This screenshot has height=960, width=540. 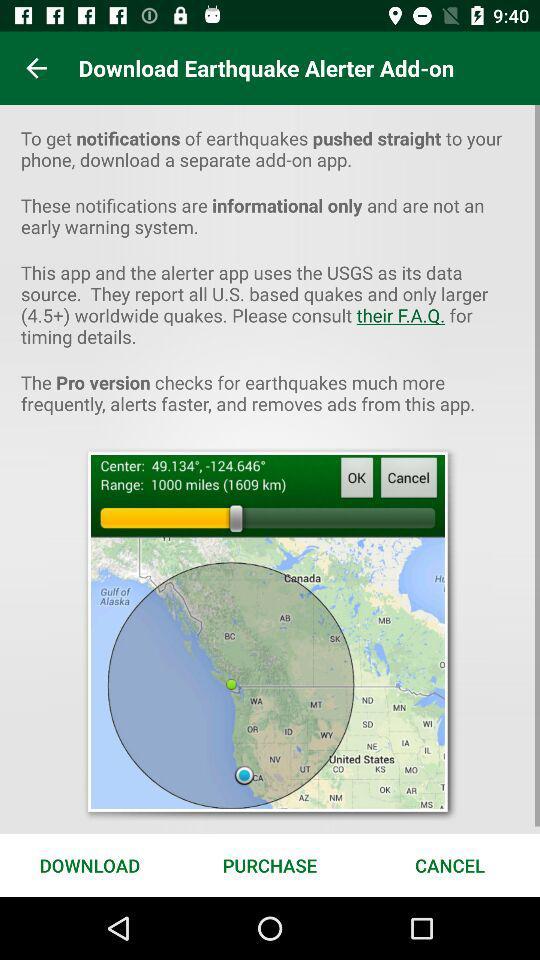 I want to click on the icon to the right of purchase, so click(x=449, y=864).